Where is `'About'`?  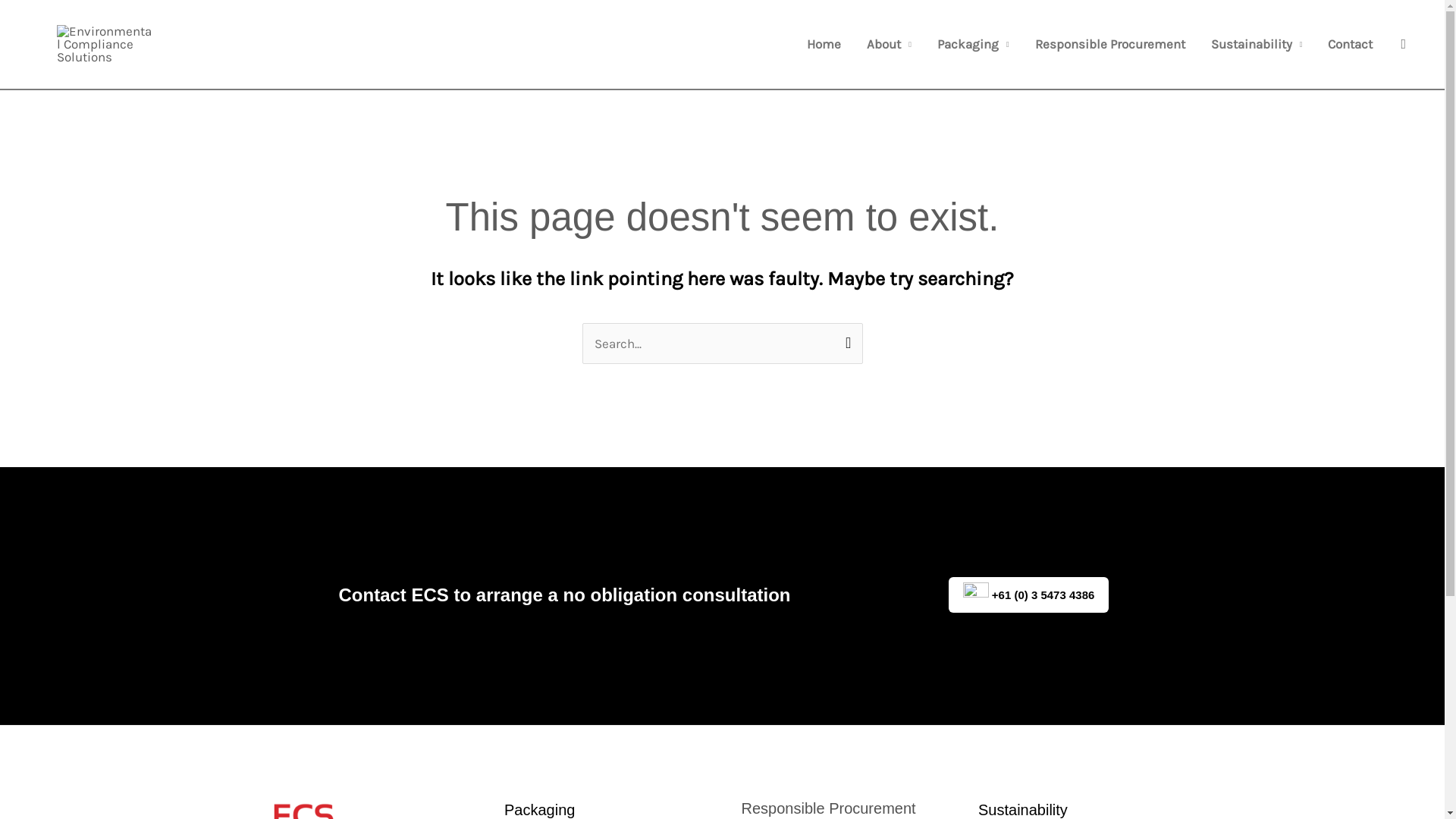
'About' is located at coordinates (889, 43).